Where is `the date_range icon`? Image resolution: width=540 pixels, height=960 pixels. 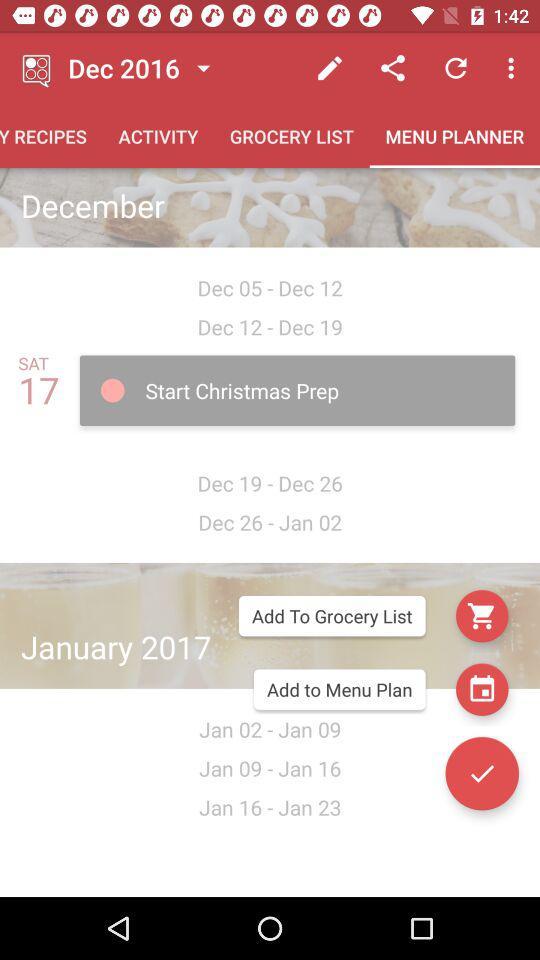
the date_range icon is located at coordinates (481, 689).